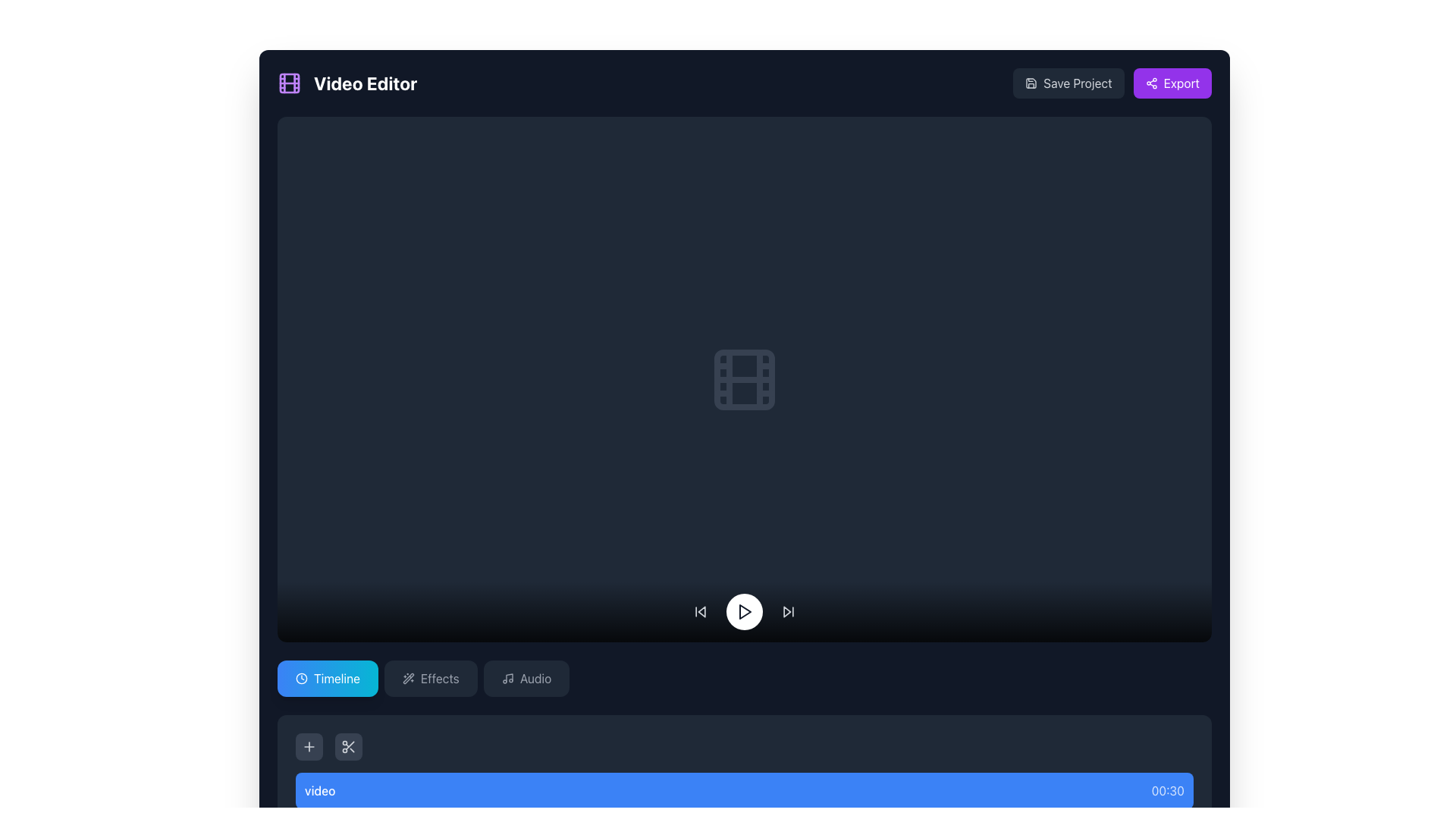  I want to click on the audio management button located in the lower portion of the video editor interface, to the right of the 'Effects' button, to change its coloration indicating interactivity, so click(526, 677).